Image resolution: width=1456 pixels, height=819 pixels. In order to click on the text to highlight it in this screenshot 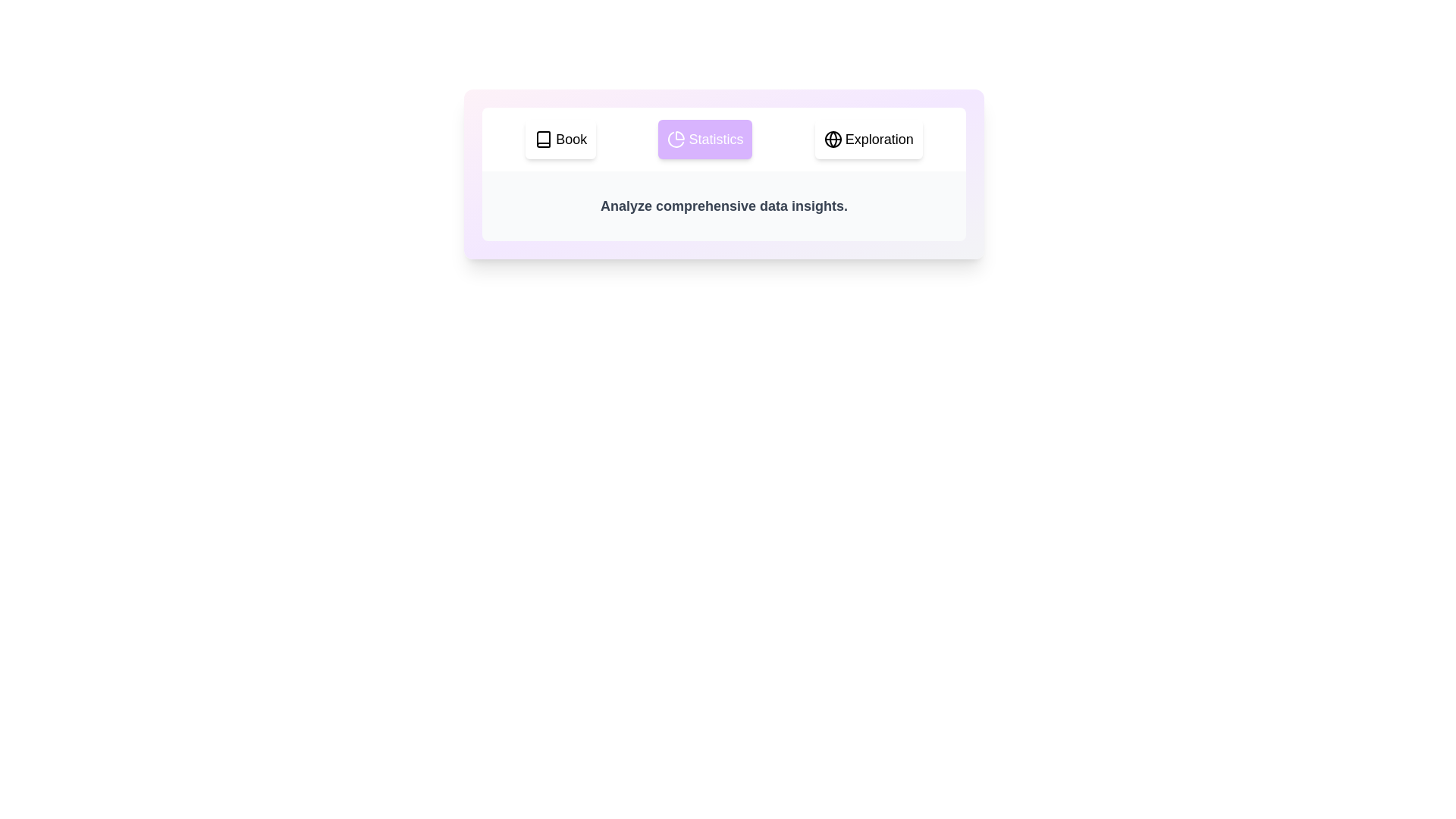, I will do `click(723, 206)`.